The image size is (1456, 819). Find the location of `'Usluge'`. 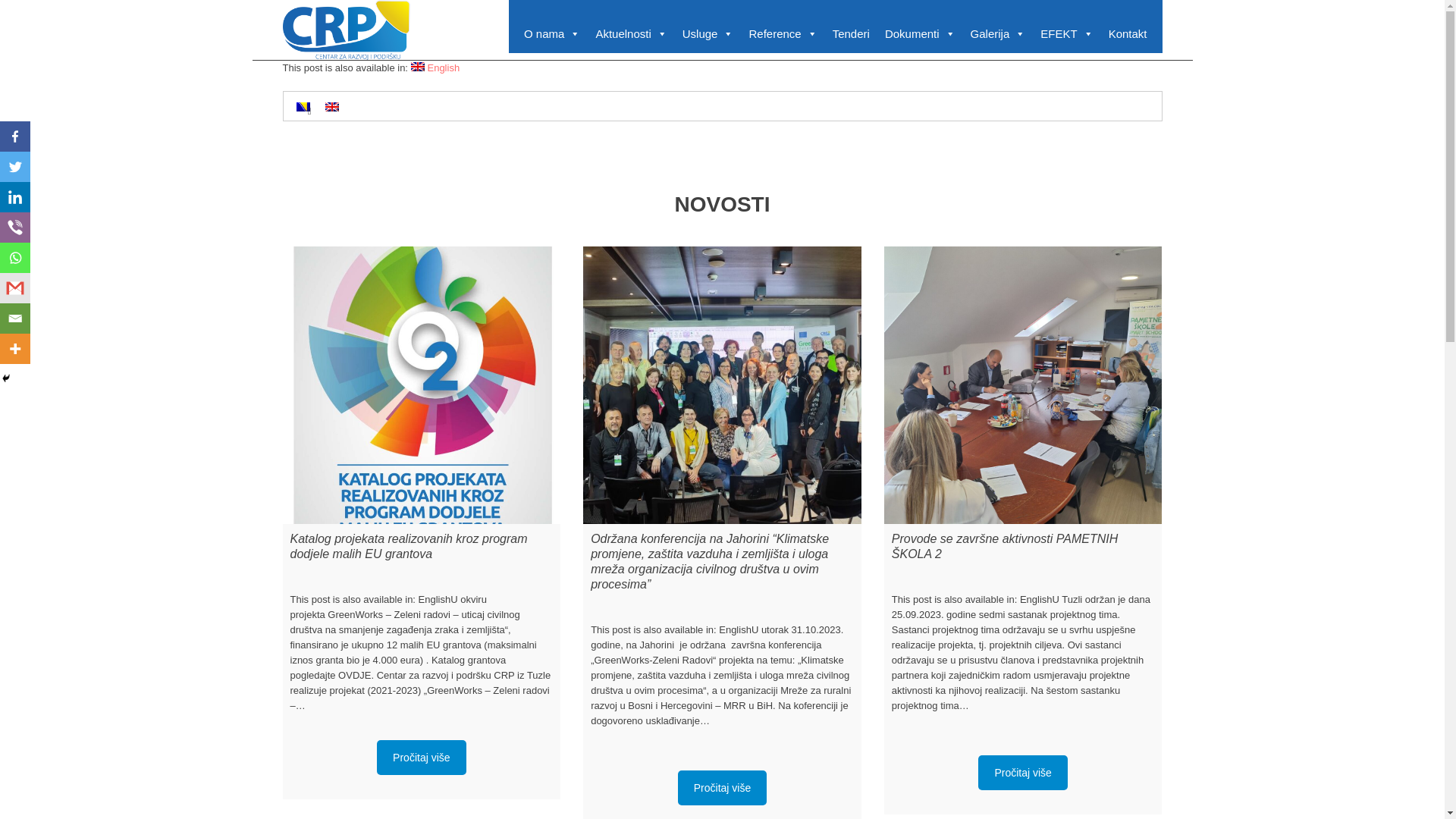

'Usluge' is located at coordinates (708, 34).